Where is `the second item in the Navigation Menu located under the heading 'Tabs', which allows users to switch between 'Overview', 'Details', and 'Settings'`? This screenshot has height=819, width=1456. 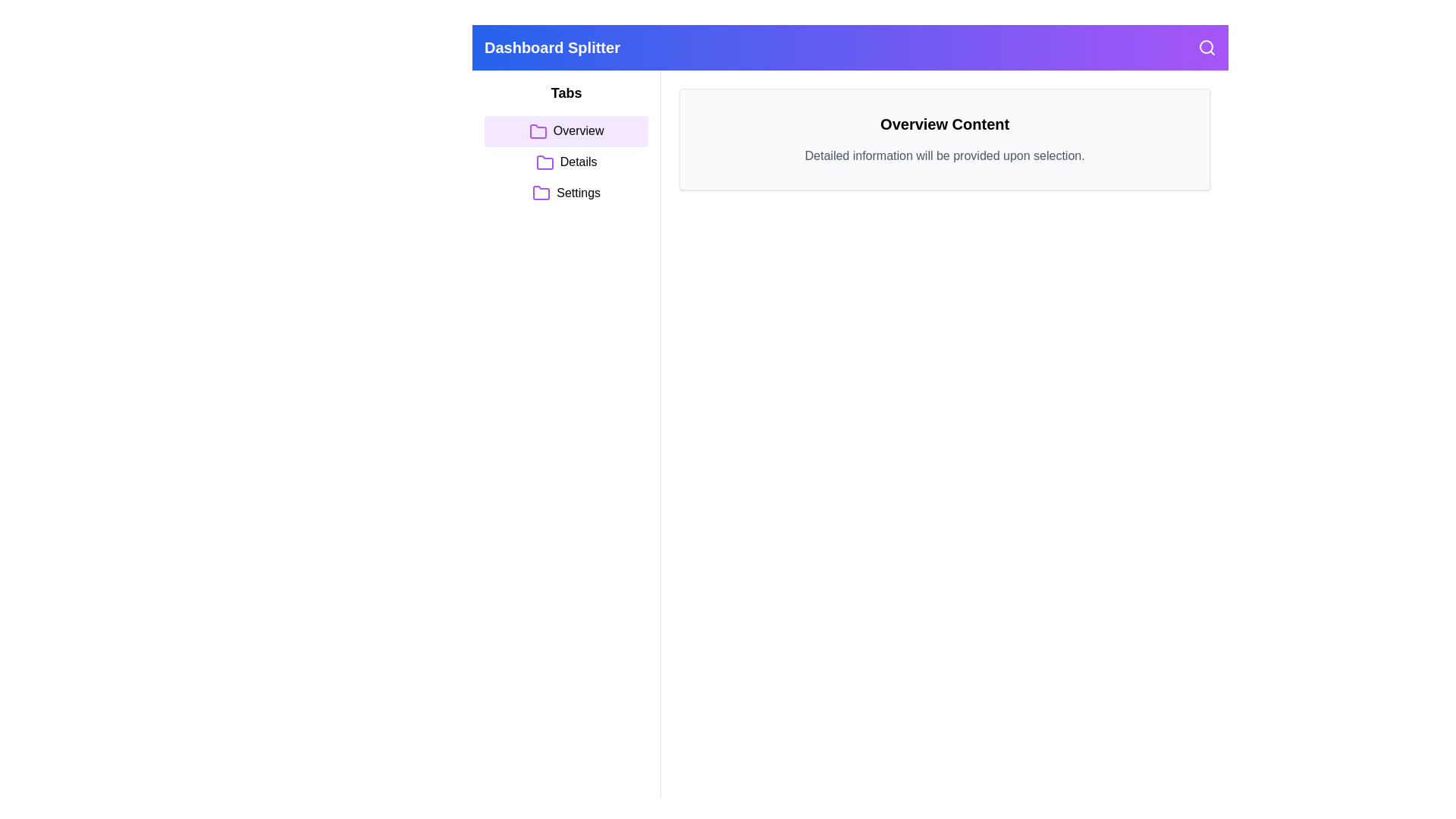
the second item in the Navigation Menu located under the heading 'Tabs', which allows users to switch between 'Overview', 'Details', and 'Settings' is located at coordinates (566, 162).